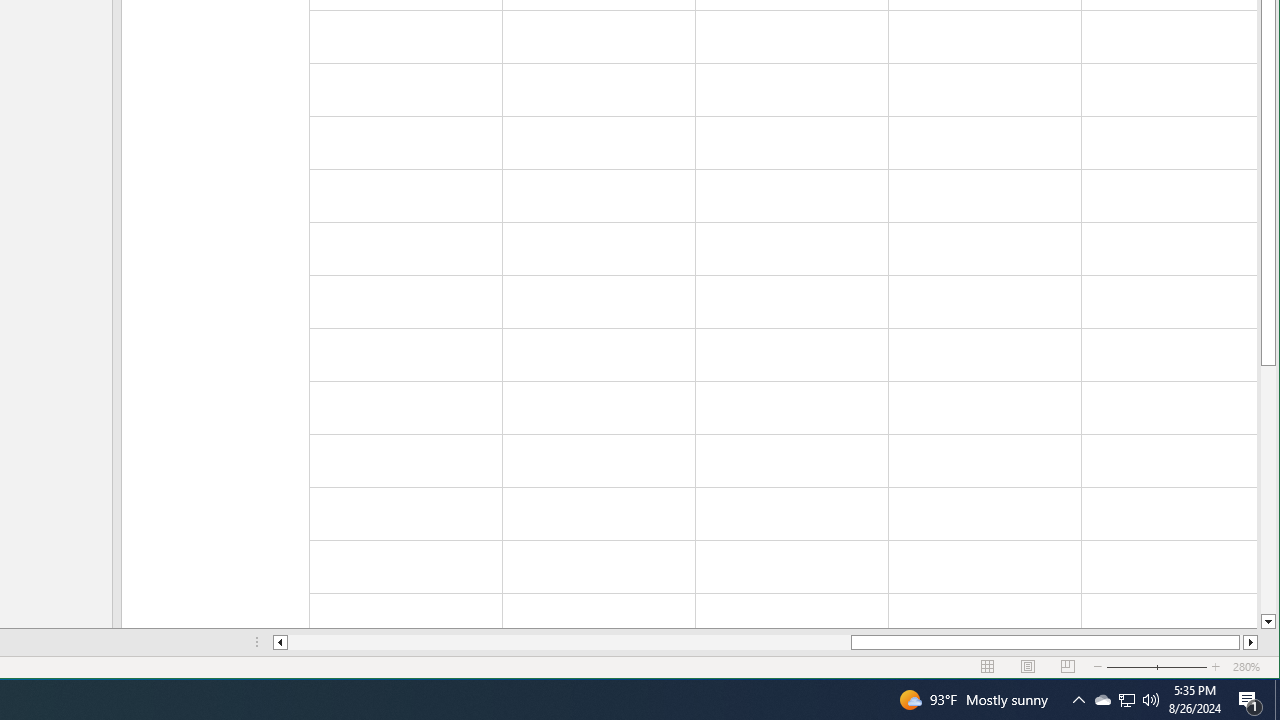 This screenshot has width=1280, height=720. What do you see at coordinates (1250, 642) in the screenshot?
I see `'Column right'` at bounding box center [1250, 642].